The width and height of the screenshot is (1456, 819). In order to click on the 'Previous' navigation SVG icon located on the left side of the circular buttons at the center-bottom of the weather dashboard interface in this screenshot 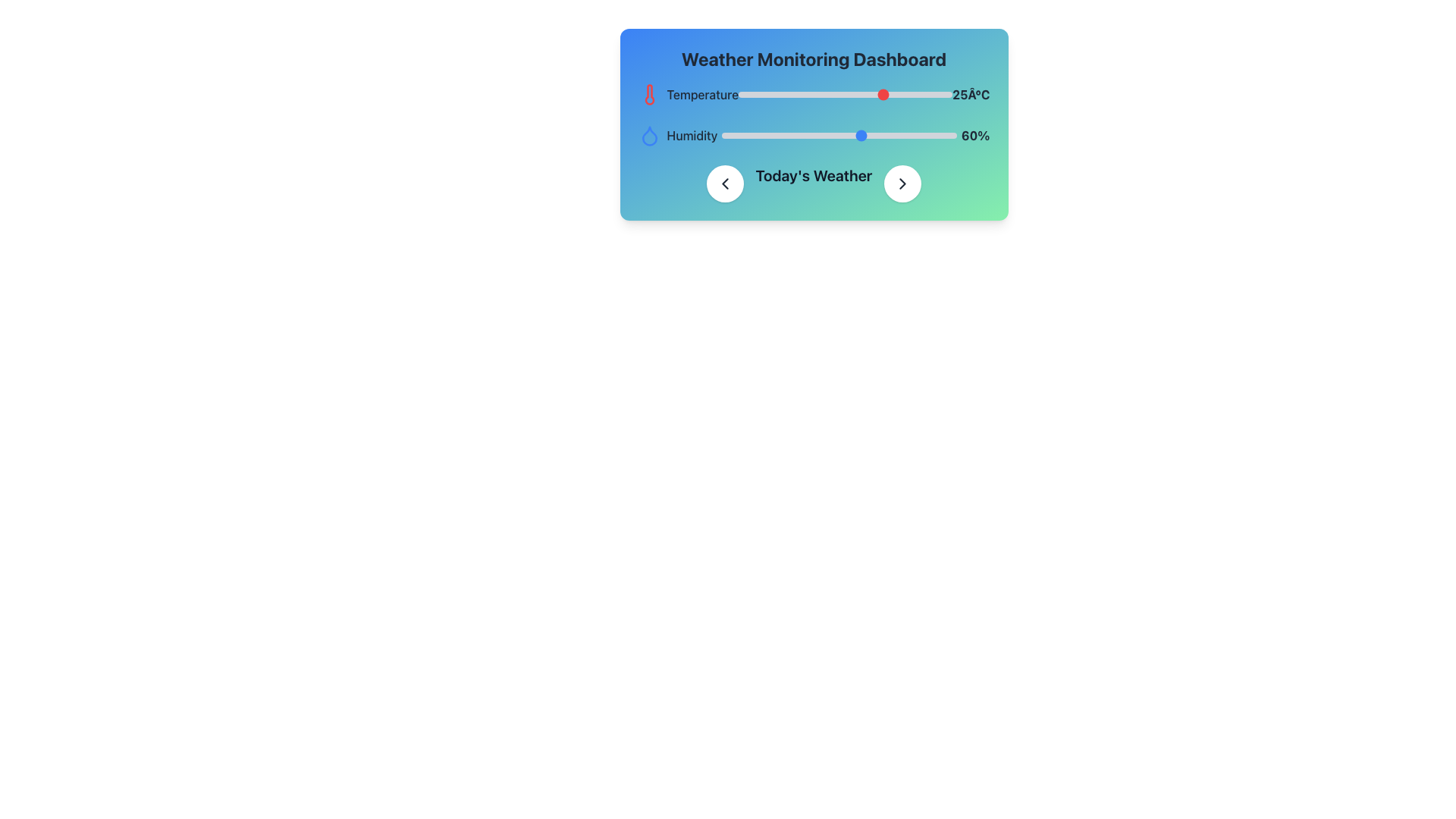, I will do `click(724, 183)`.